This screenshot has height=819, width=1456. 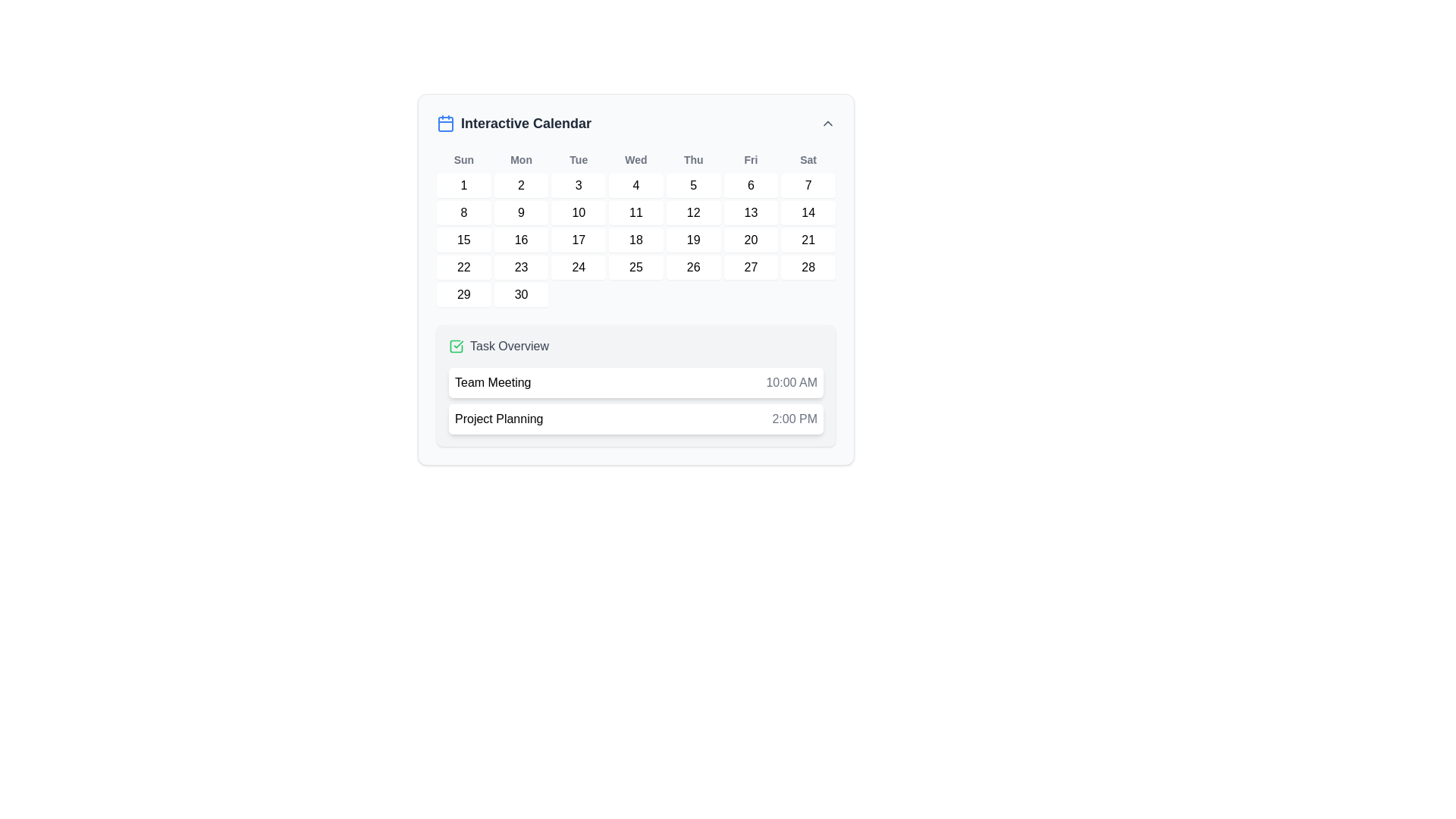 What do you see at coordinates (751, 213) in the screenshot?
I see `the interactive calendar cell displaying the text '13' located` at bounding box center [751, 213].